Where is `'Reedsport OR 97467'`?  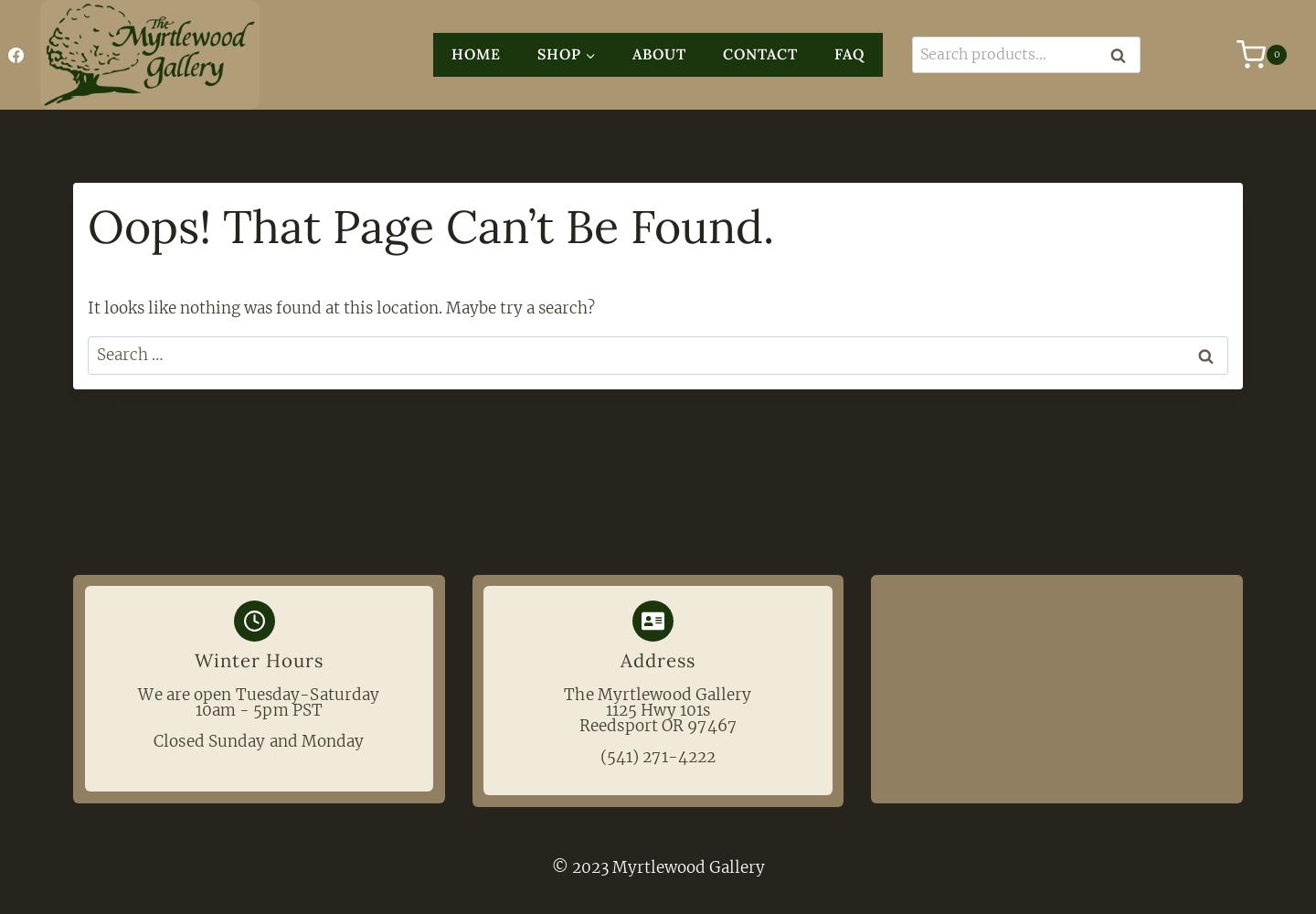 'Reedsport OR 97467' is located at coordinates (657, 726).